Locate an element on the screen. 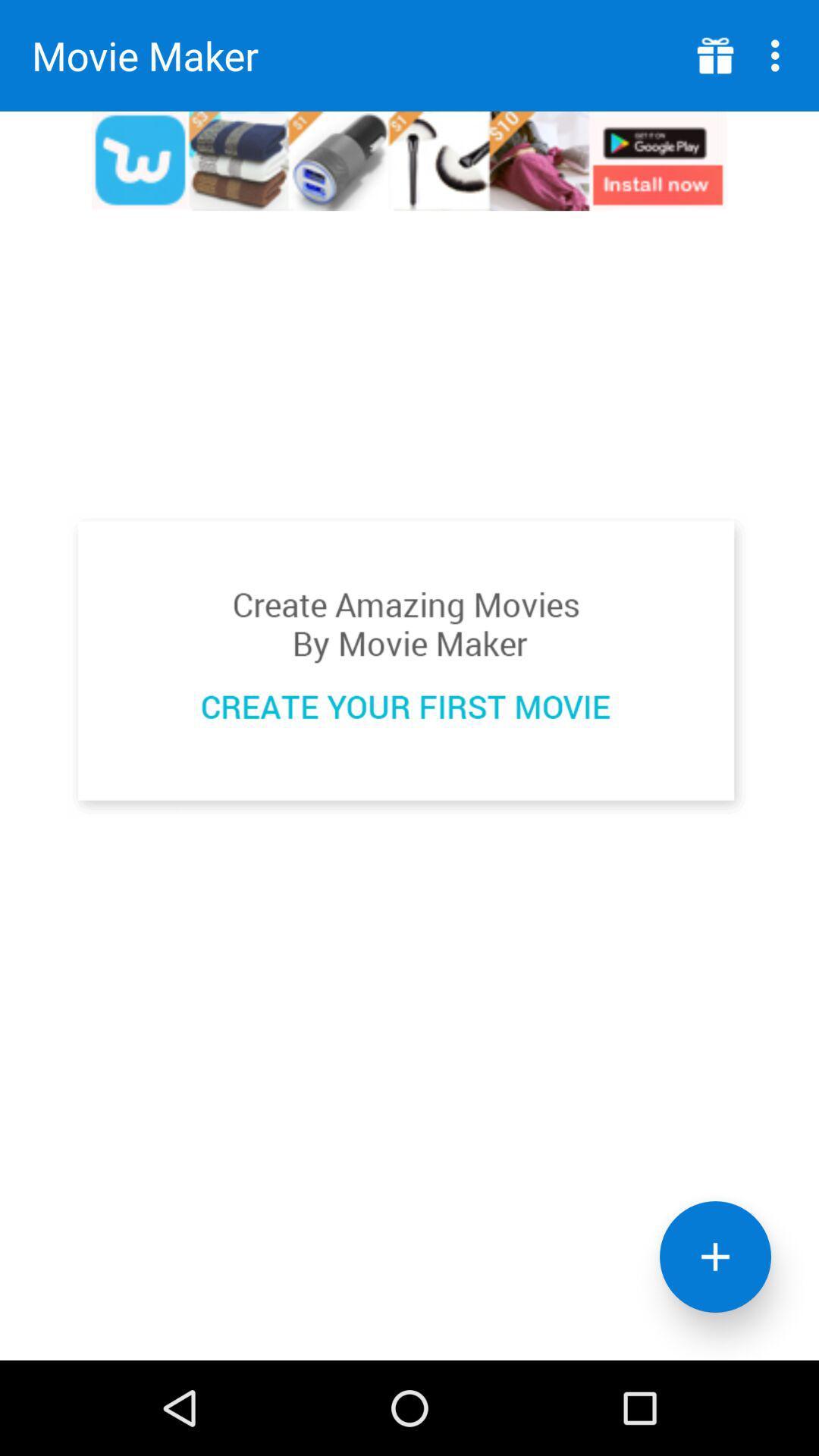 This screenshot has width=819, height=1456. selection is located at coordinates (715, 1257).